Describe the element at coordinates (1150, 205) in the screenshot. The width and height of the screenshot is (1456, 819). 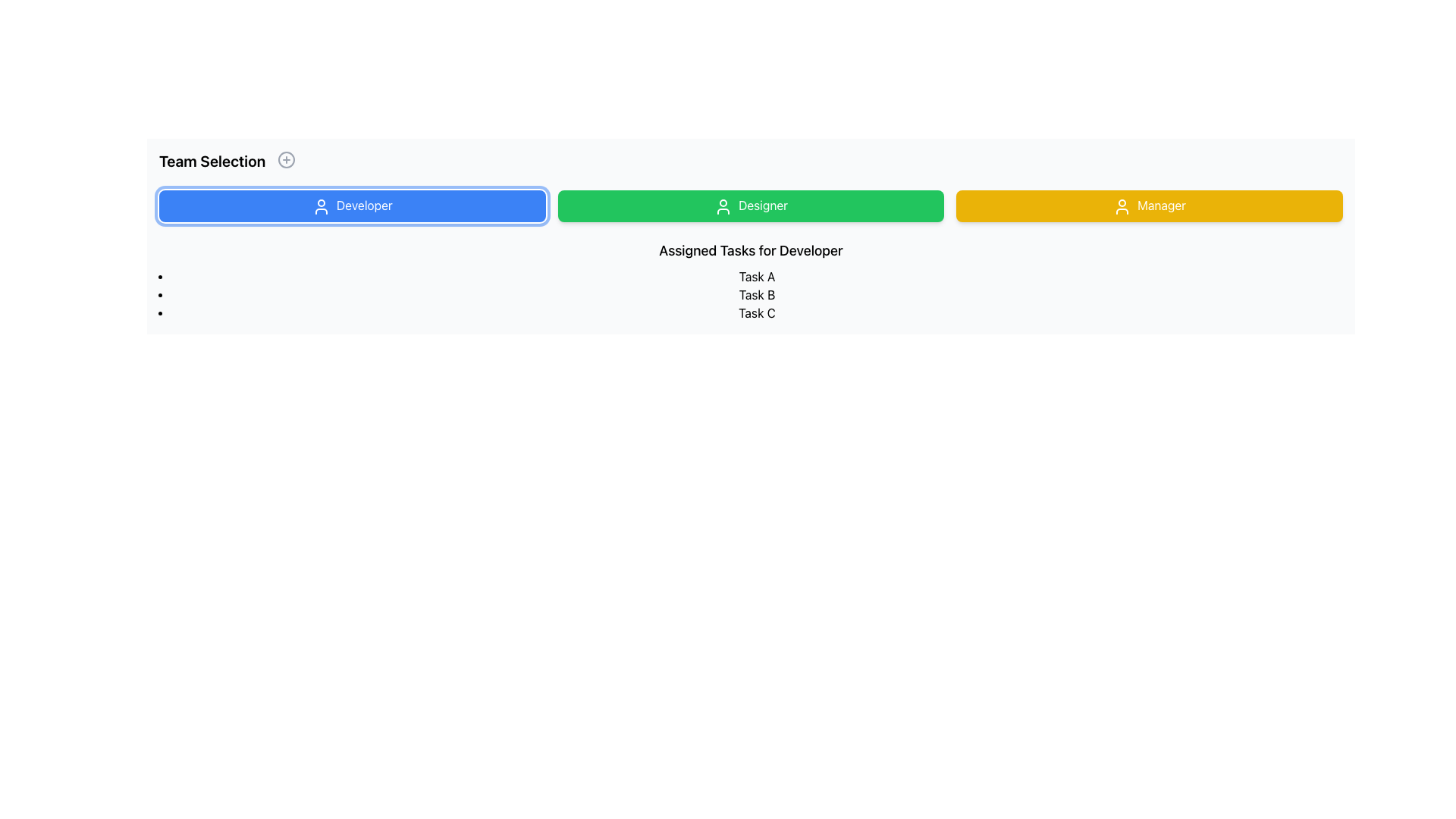
I see `the 'Manager' role selection button, the third button in a row of three` at that location.